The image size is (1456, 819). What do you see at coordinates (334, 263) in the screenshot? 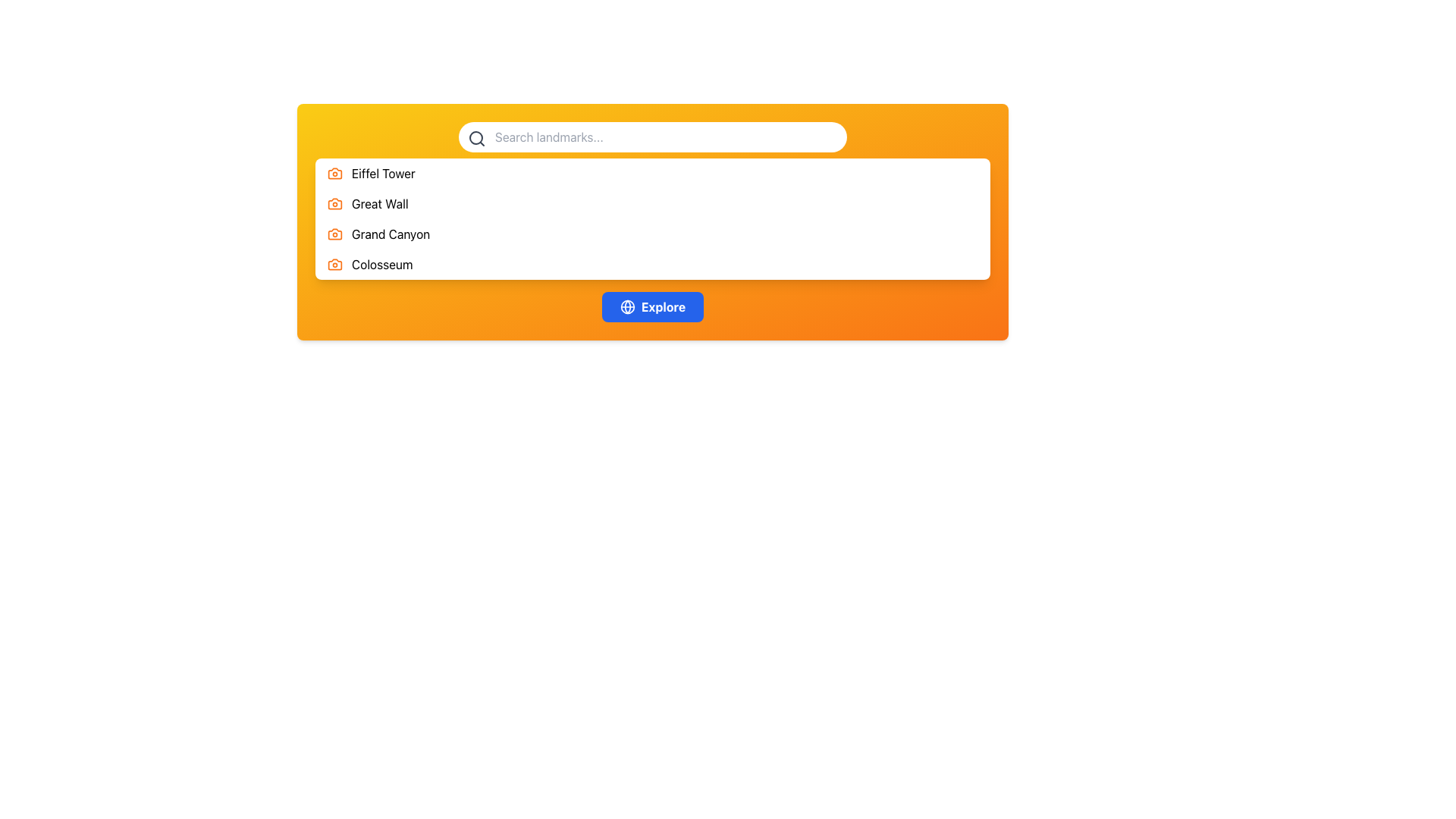
I see `the camera icon representing the 'Colosseum' item in the dropdown menu, which is visually located to the far left of the text 'Colosseum.'` at bounding box center [334, 263].